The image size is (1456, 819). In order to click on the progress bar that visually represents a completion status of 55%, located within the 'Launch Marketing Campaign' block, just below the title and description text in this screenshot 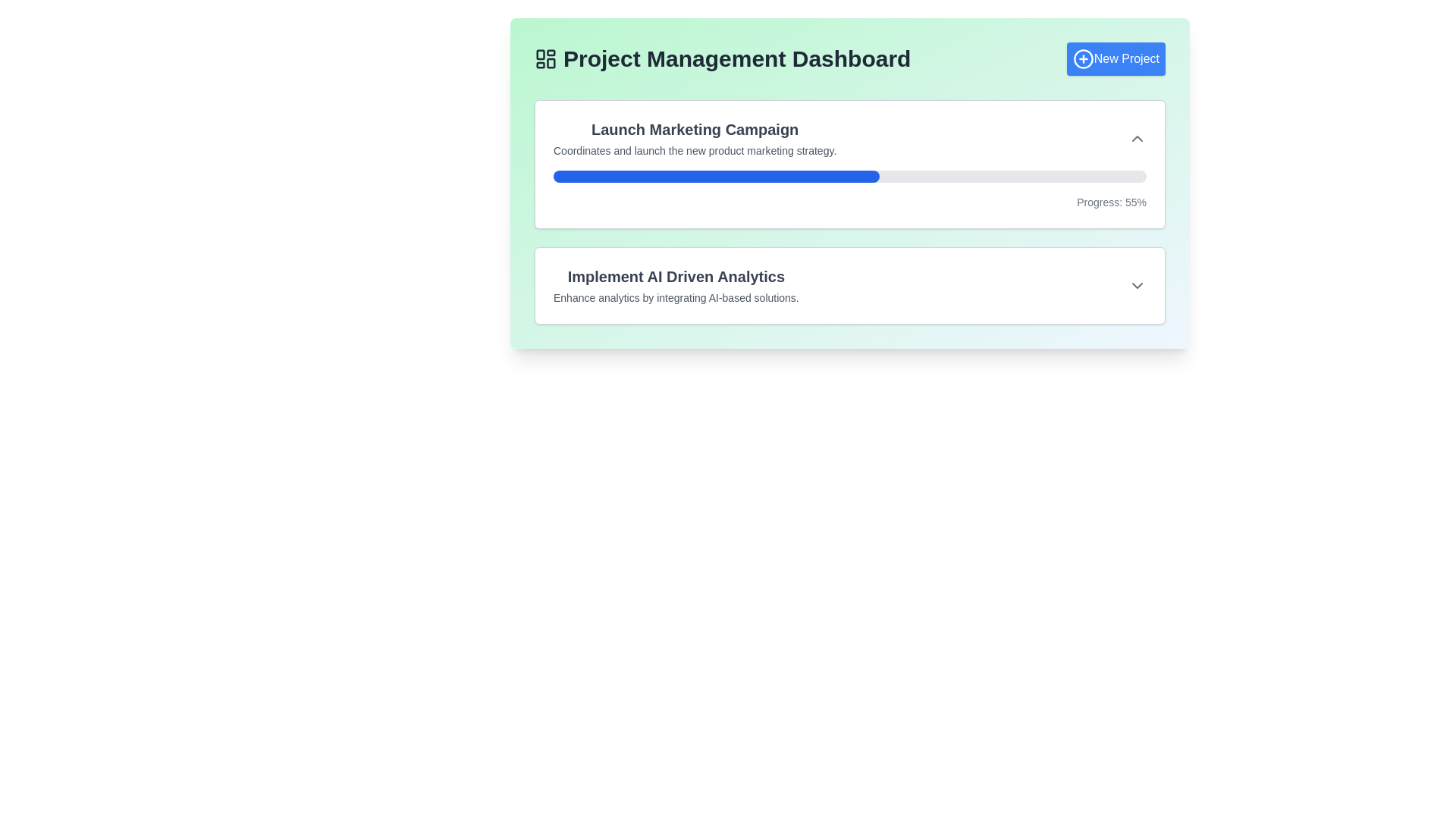, I will do `click(850, 175)`.